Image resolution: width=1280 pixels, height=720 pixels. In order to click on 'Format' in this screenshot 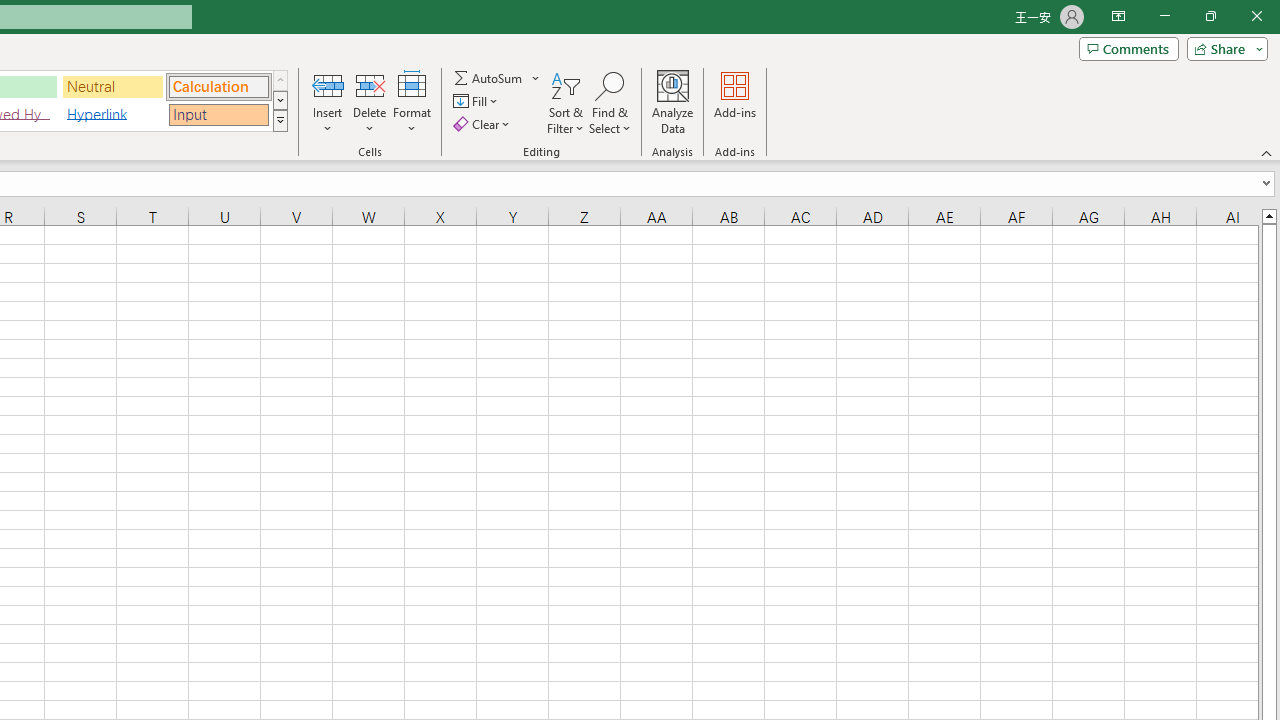, I will do `click(411, 103)`.